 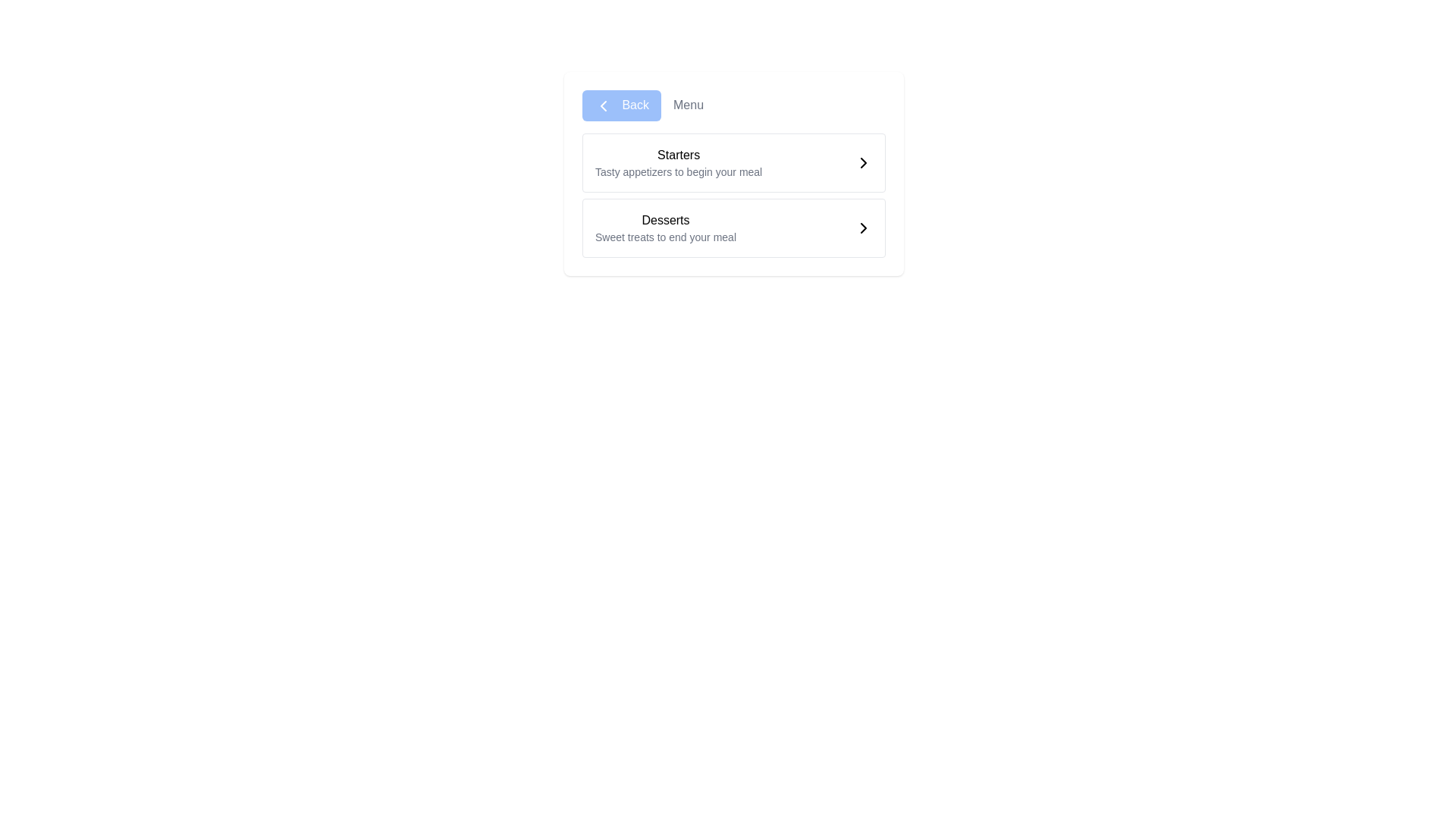 What do you see at coordinates (734, 162) in the screenshot?
I see `the 'Starters' menu option, which is the first item in the list containing a bolded heading and a right-pointing arrow icon` at bounding box center [734, 162].